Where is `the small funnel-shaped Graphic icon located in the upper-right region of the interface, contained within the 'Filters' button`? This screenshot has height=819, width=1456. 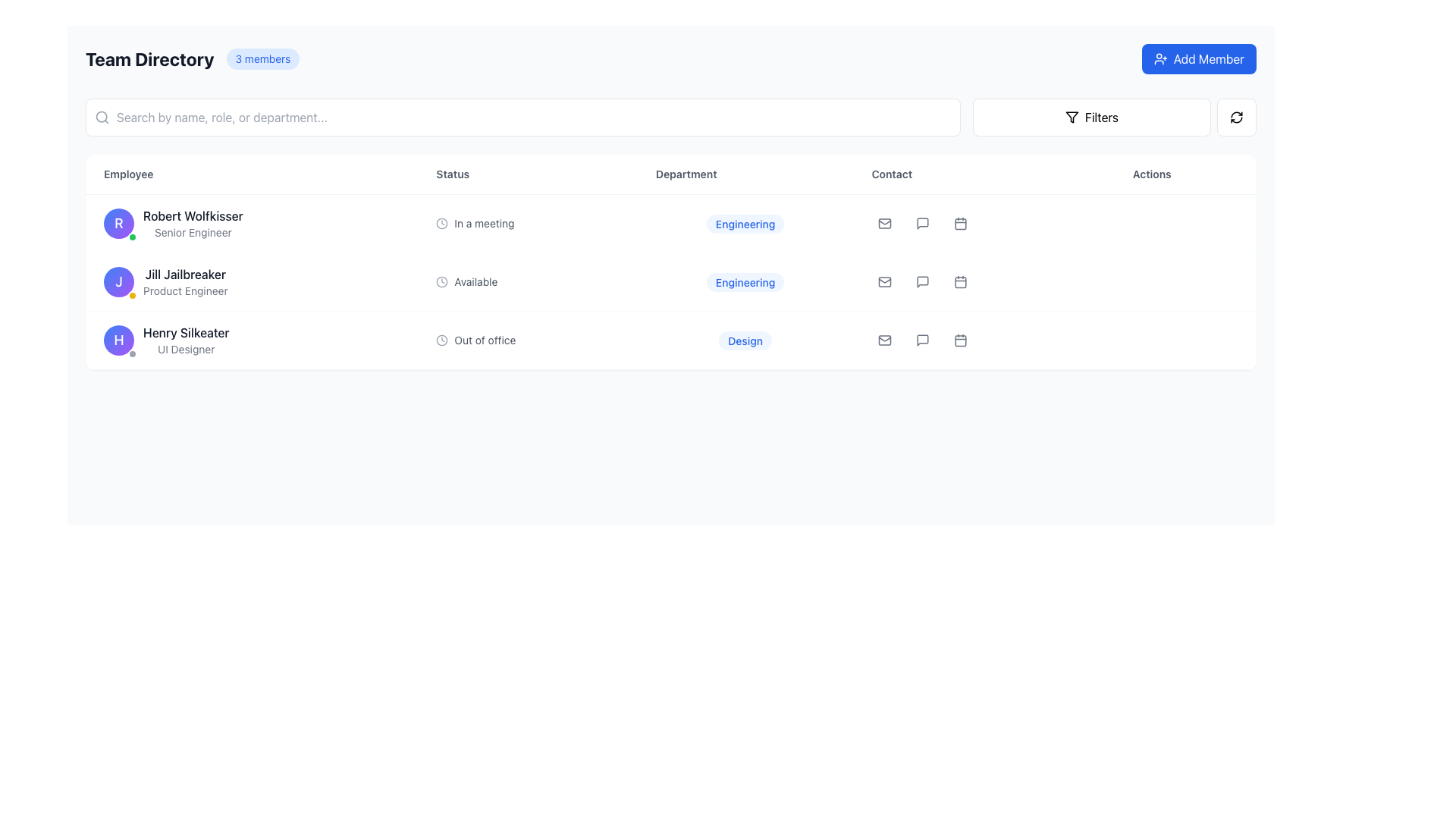 the small funnel-shaped Graphic icon located in the upper-right region of the interface, contained within the 'Filters' button is located at coordinates (1071, 116).